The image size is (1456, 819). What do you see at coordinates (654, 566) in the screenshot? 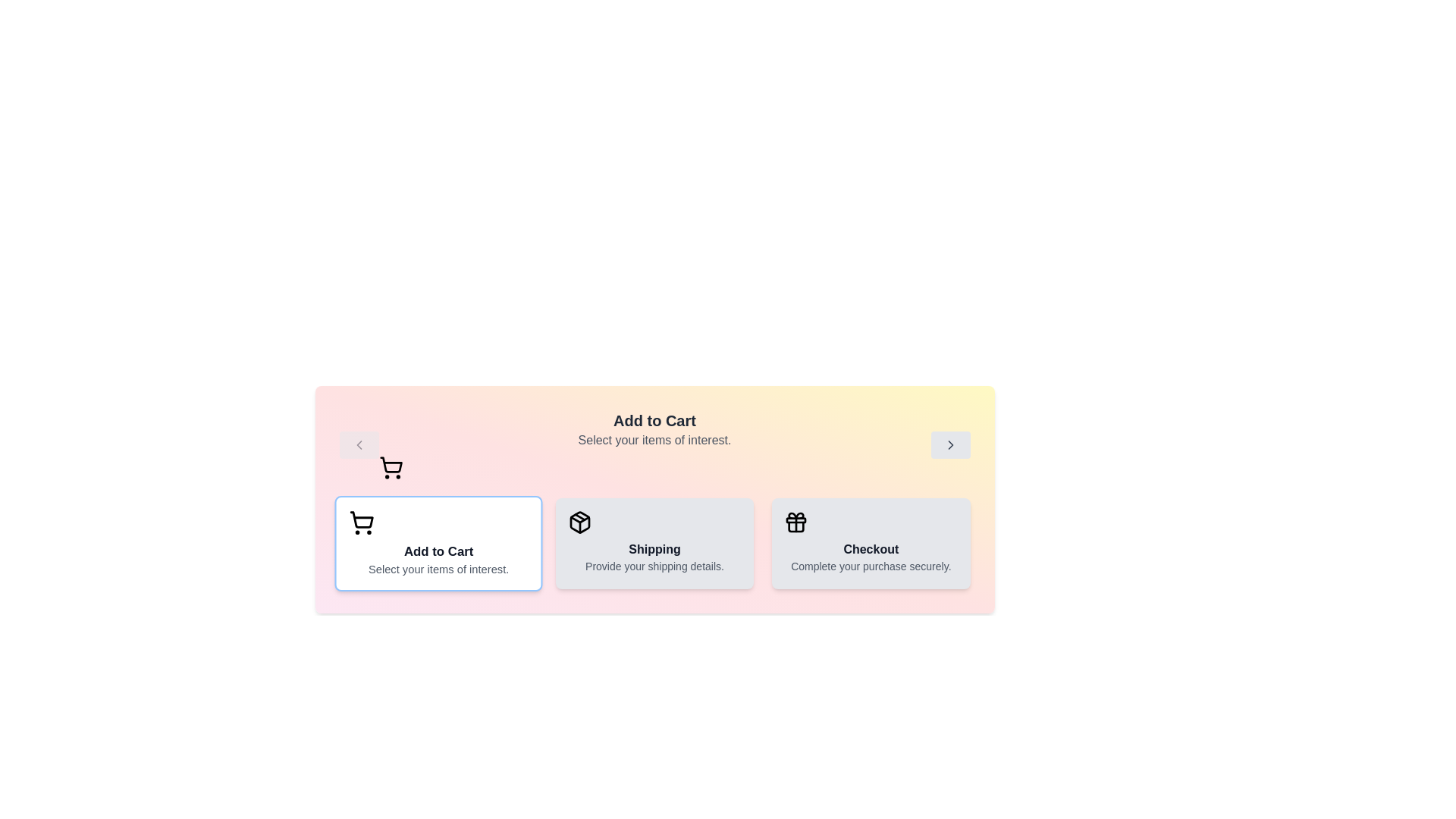
I see `the descriptive instruction text located in the 'Shipping' section, which is the final textual component in the 'Shipping' card, positioned centrally below the title` at bounding box center [654, 566].